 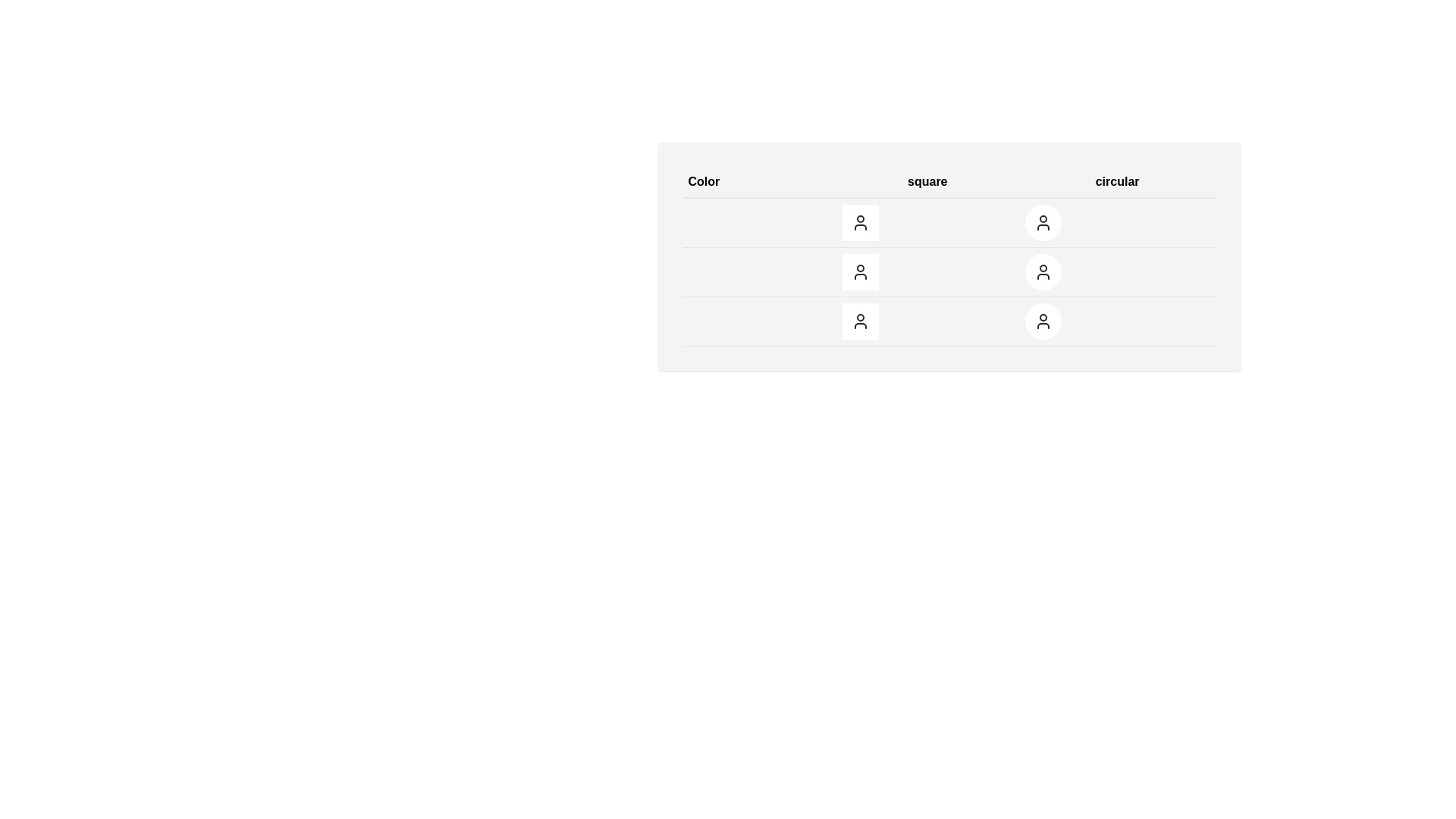 I want to click on the middle row in the table-like structure that contains user-related icons for 'square' and 'circular' columns, so click(x=948, y=271).